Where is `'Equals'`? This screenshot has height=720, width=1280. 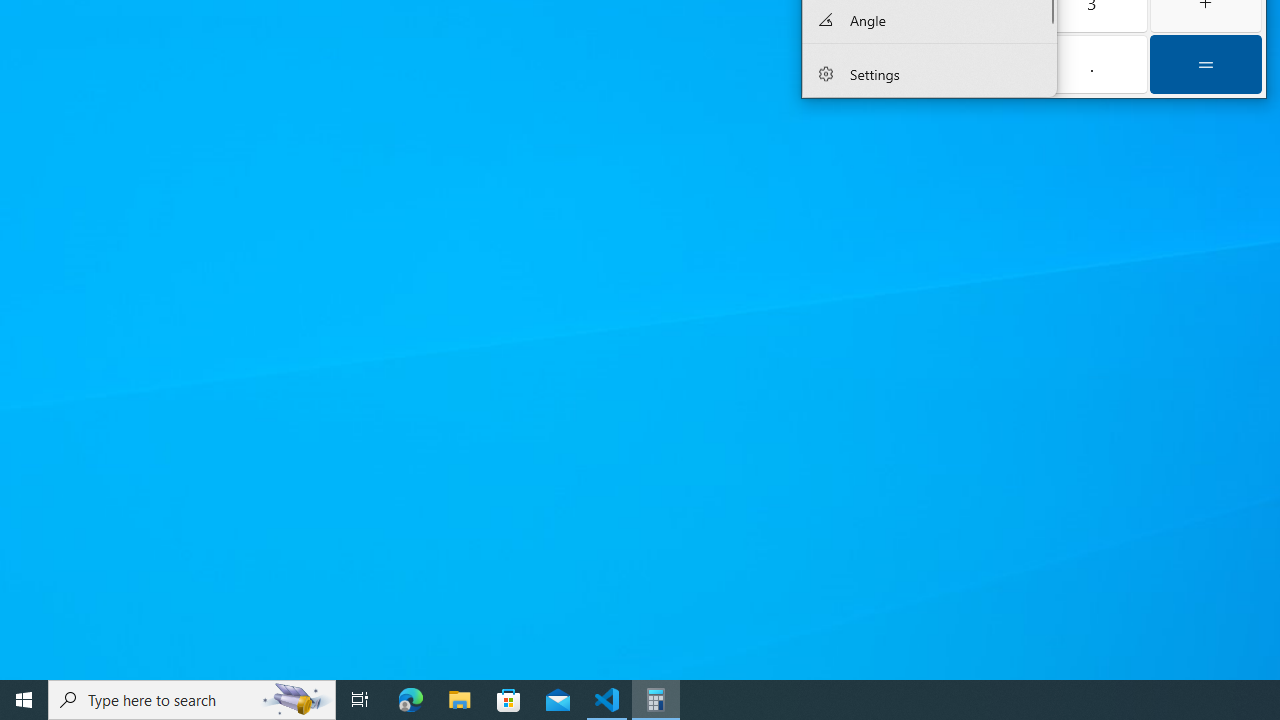 'Equals' is located at coordinates (1204, 63).